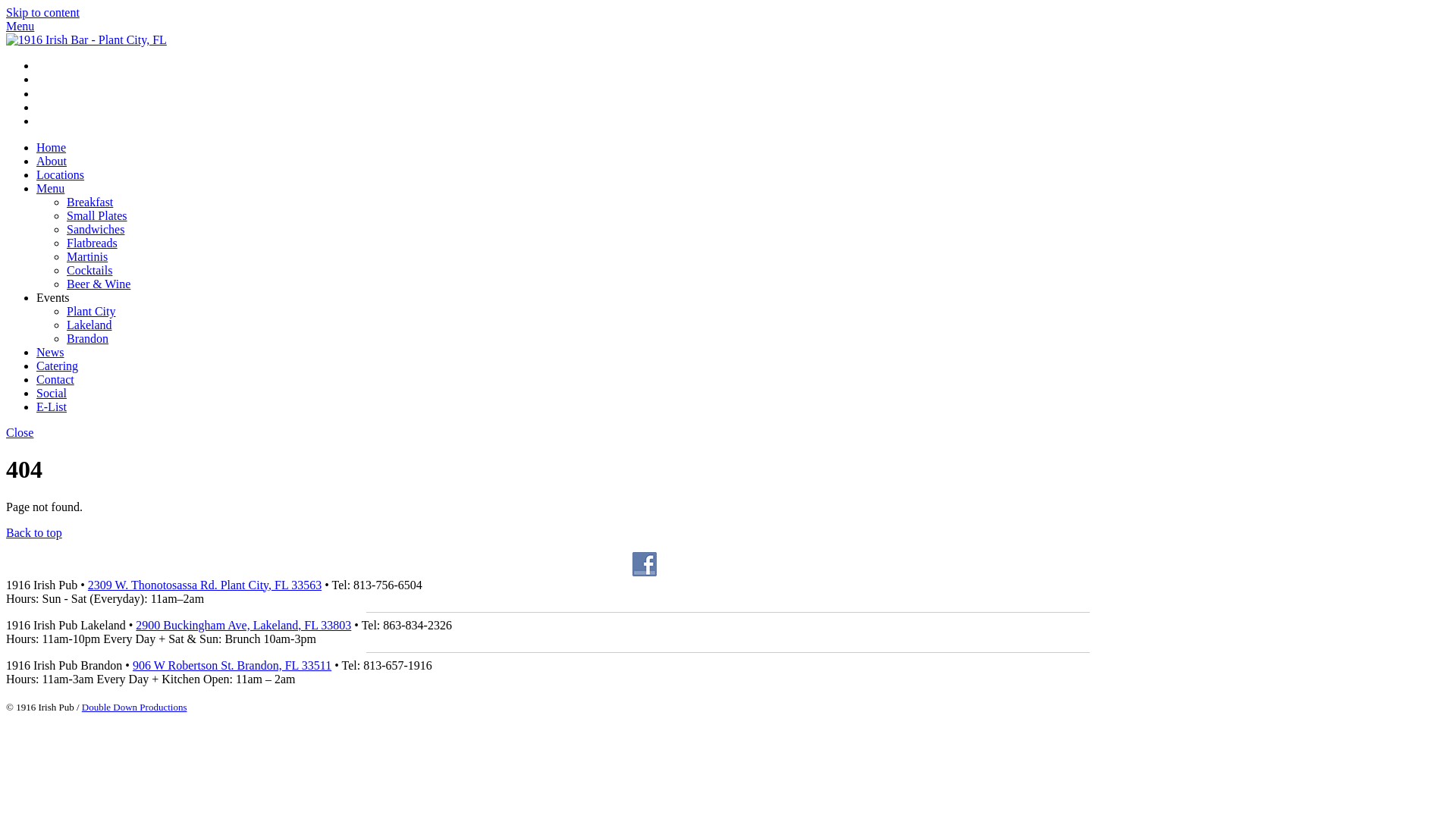  I want to click on 'Home', so click(51, 147).